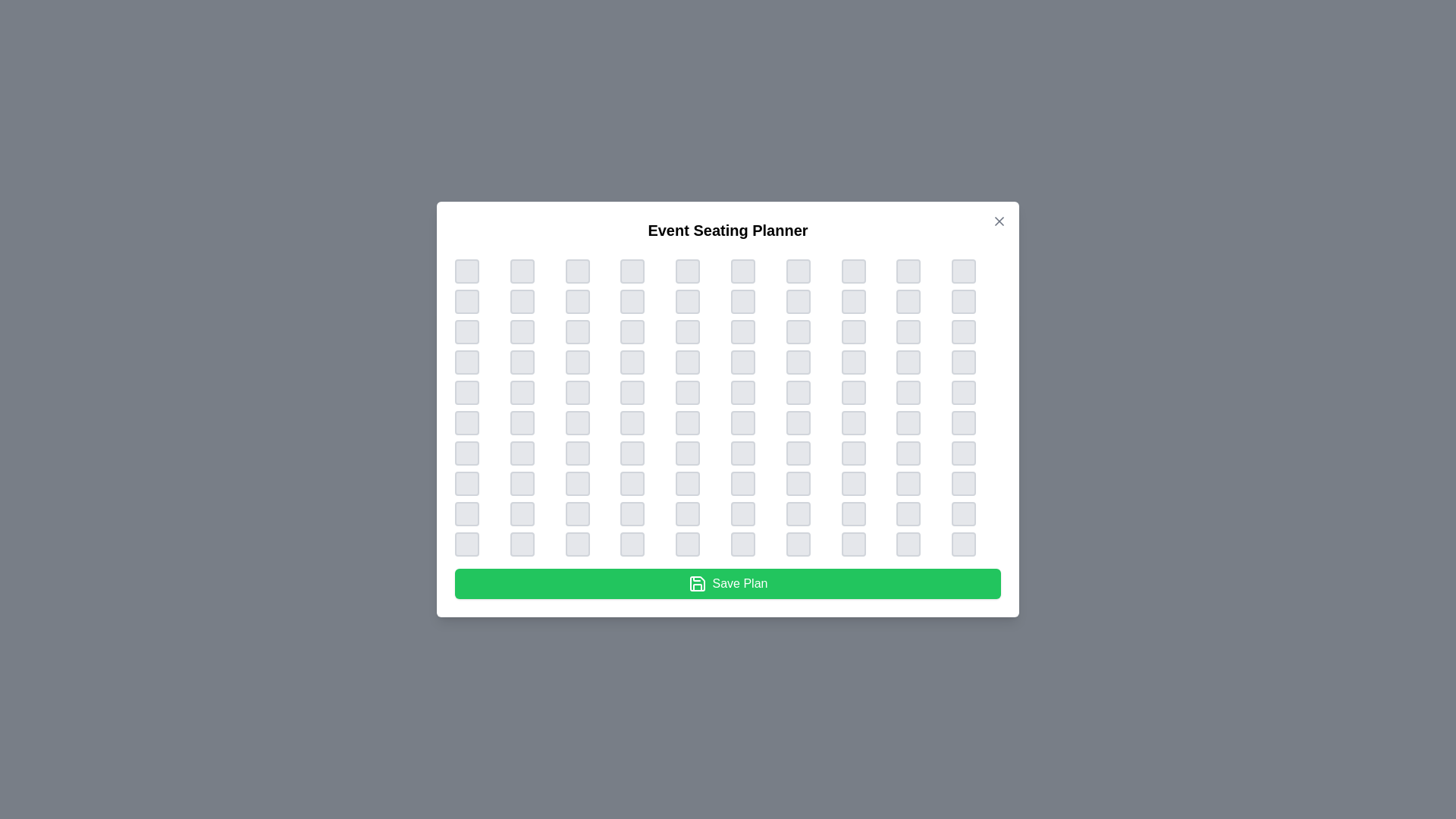  I want to click on 'Close' button located at the top-right corner of the dialog, so click(999, 221).